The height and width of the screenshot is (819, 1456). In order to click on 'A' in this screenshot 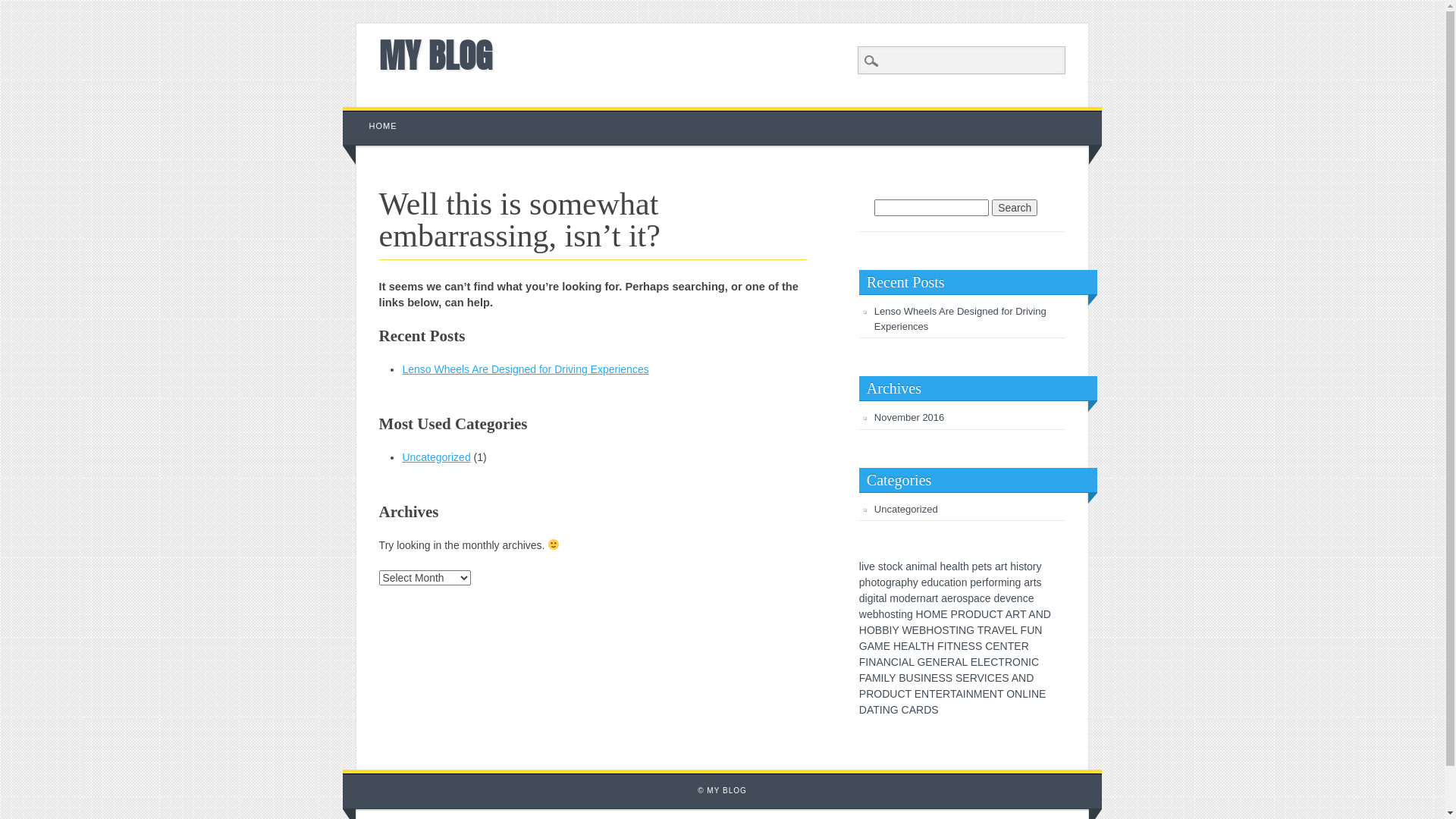, I will do `click(871, 646)`.